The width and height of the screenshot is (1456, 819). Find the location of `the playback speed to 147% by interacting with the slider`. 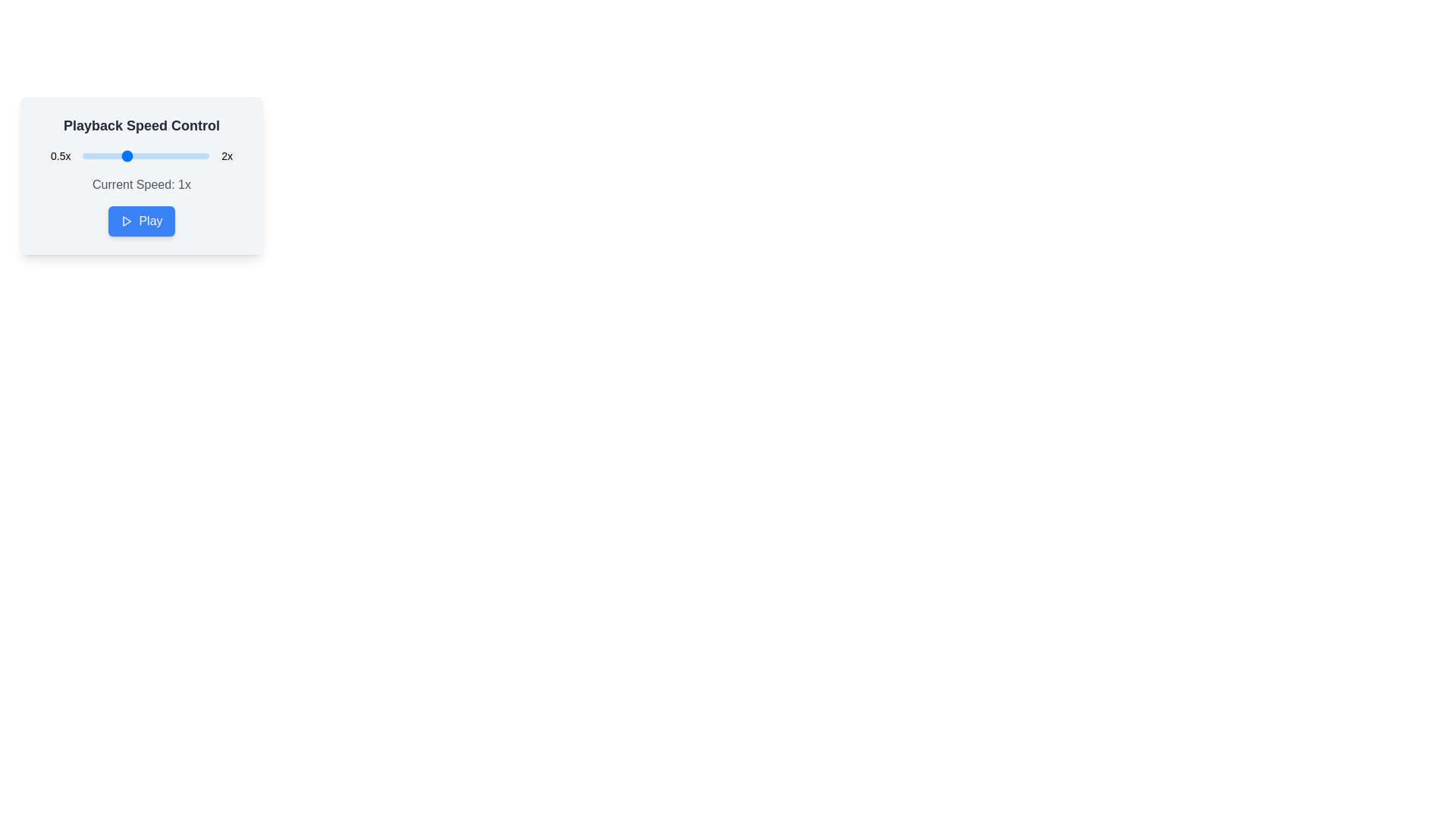

the playback speed to 147% by interacting with the slider is located at coordinates (165, 155).